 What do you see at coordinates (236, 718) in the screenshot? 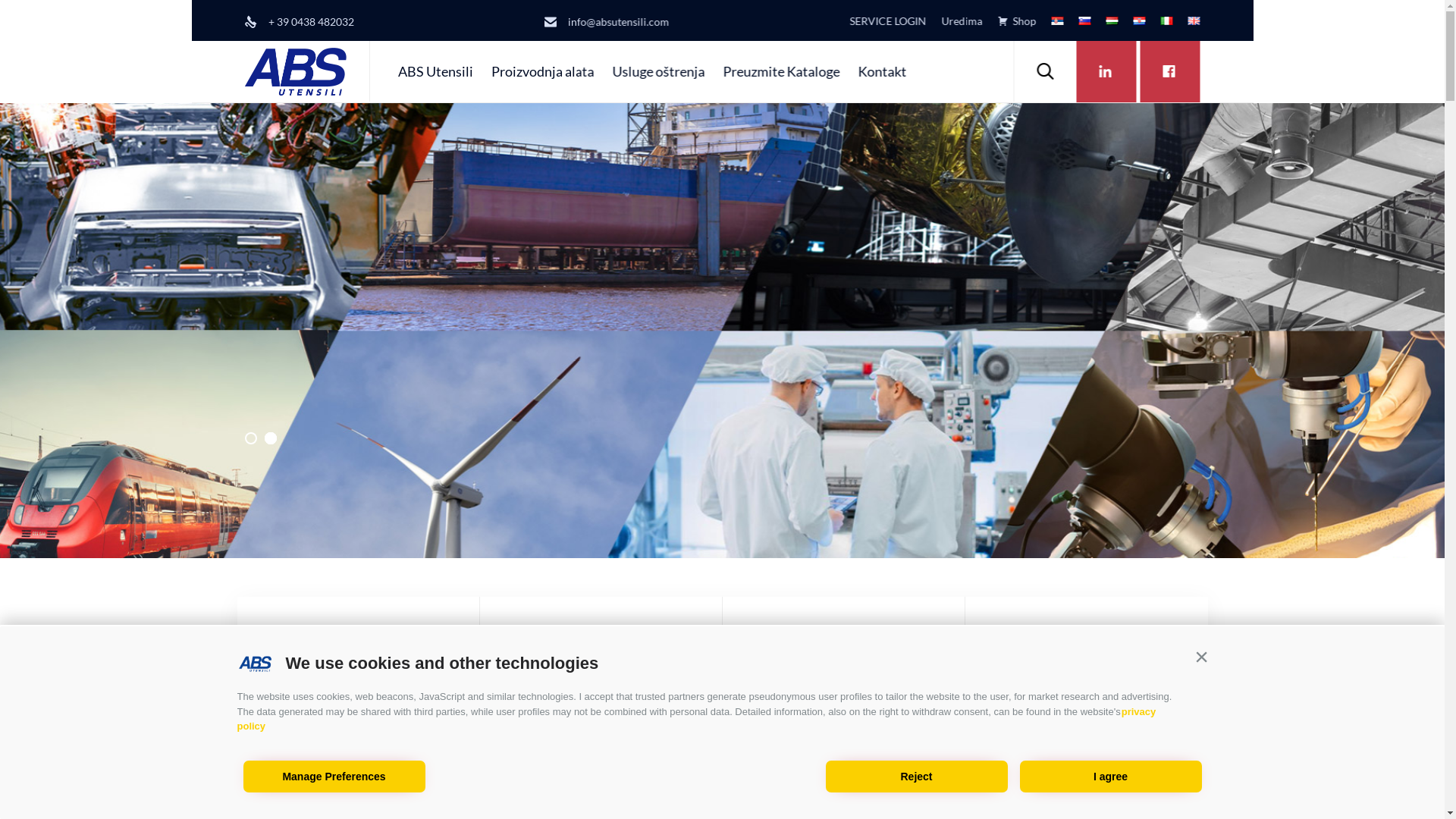
I see `'privacy policy'` at bounding box center [236, 718].